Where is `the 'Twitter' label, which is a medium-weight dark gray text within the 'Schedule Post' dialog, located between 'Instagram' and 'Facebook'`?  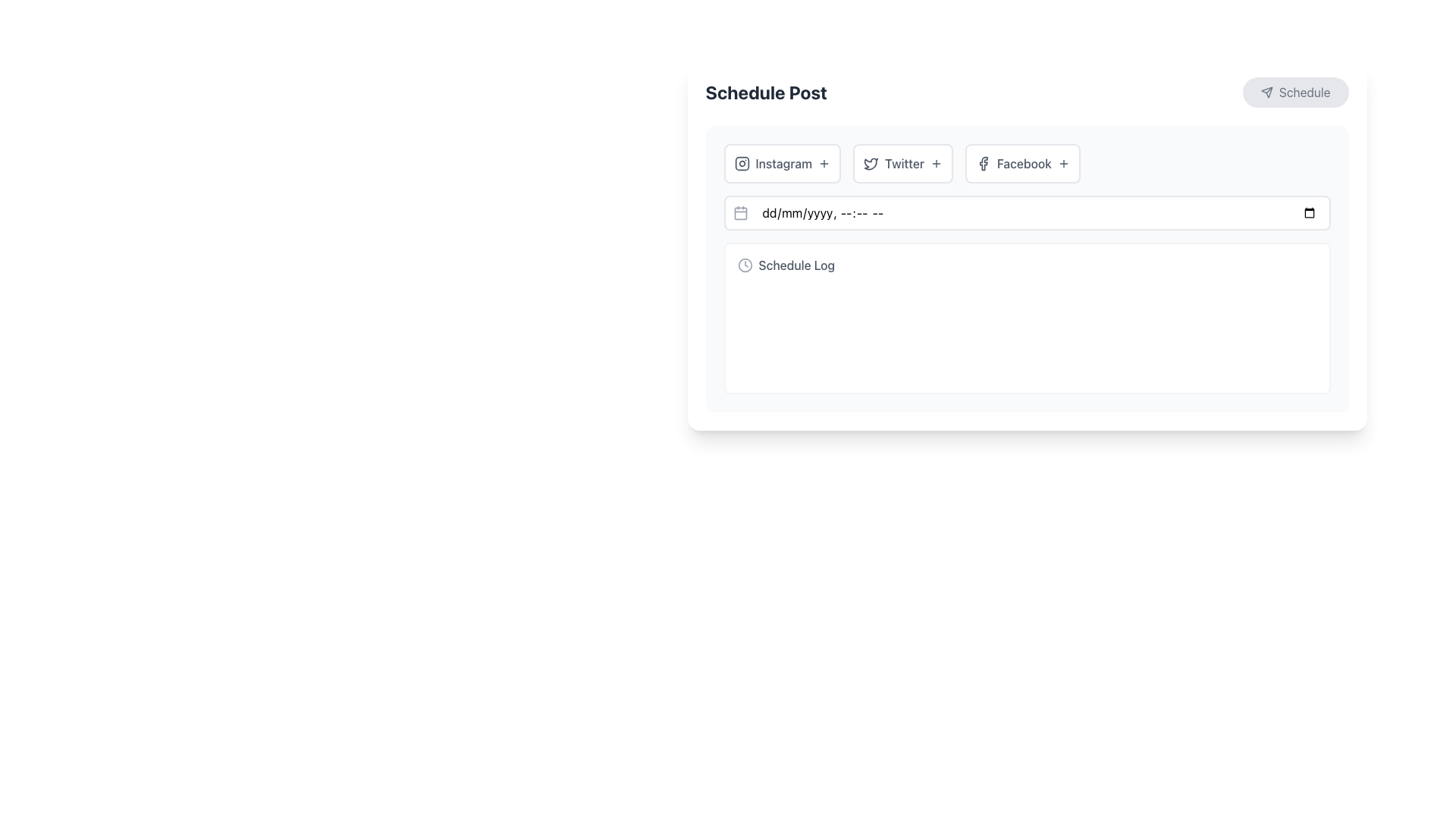
the 'Twitter' label, which is a medium-weight dark gray text within the 'Schedule Post' dialog, located between 'Instagram' and 'Facebook' is located at coordinates (905, 164).